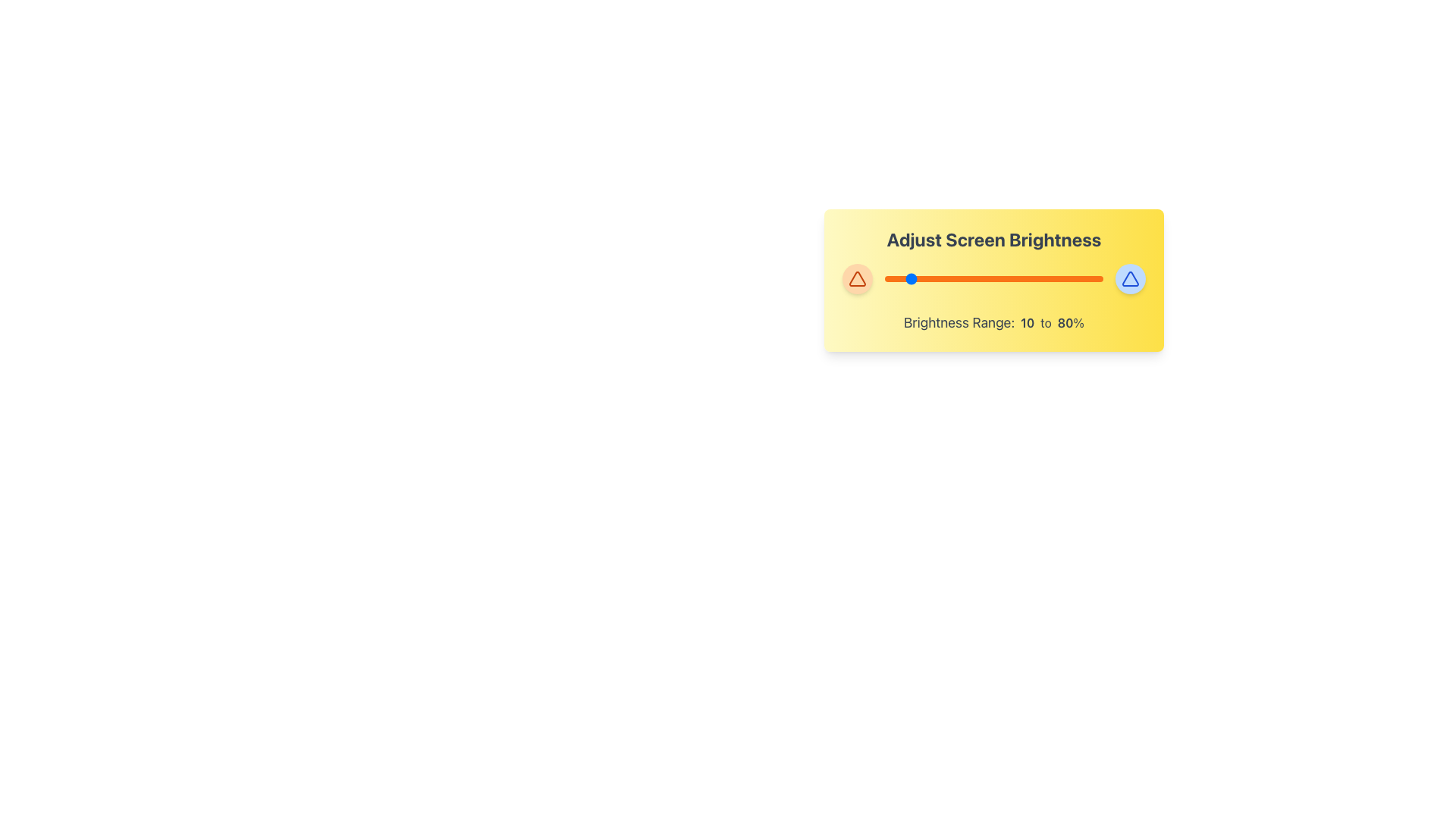 Image resolution: width=1456 pixels, height=819 pixels. What do you see at coordinates (924, 278) in the screenshot?
I see `the brightness` at bounding box center [924, 278].